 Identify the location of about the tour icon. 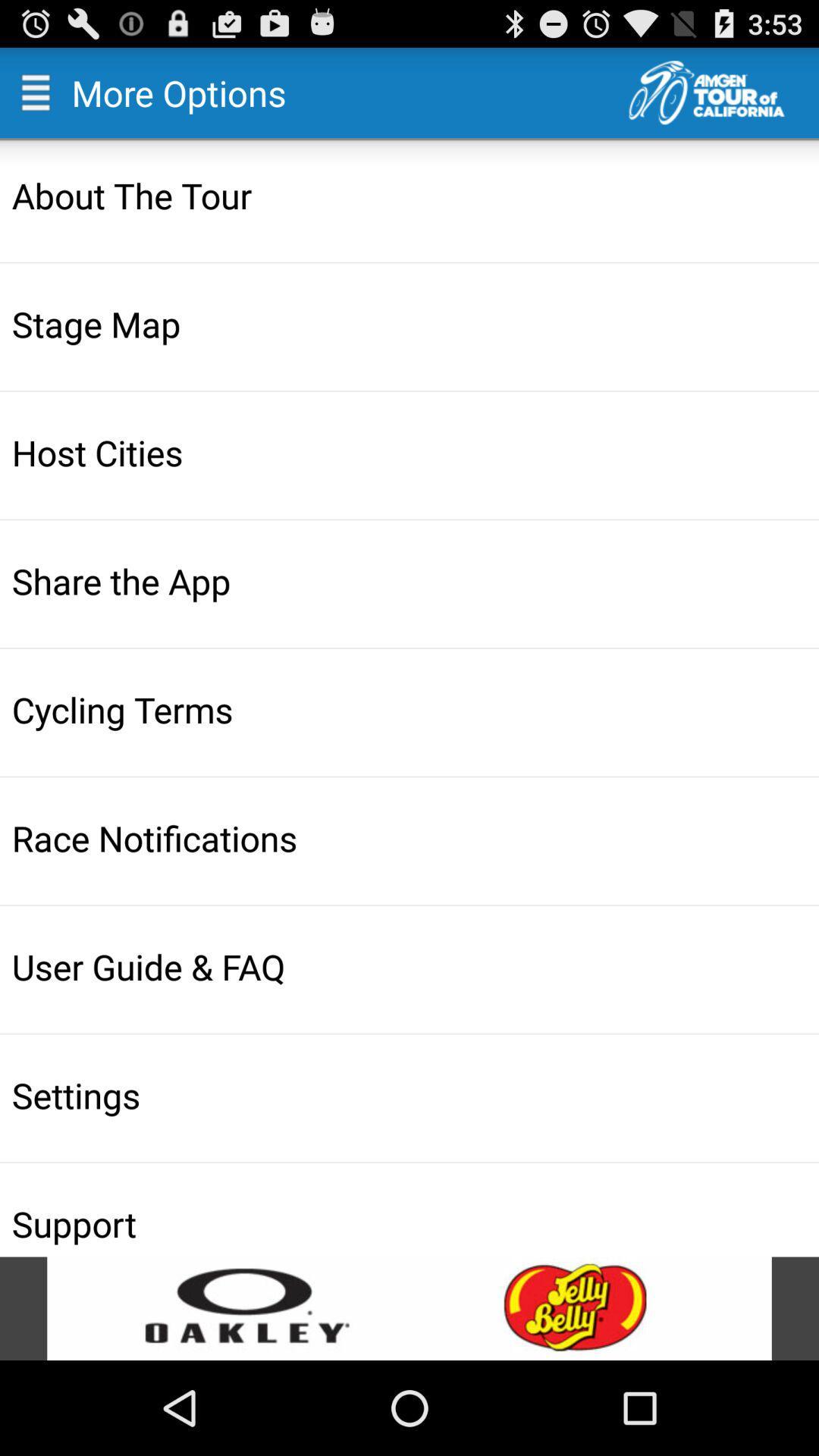
(411, 194).